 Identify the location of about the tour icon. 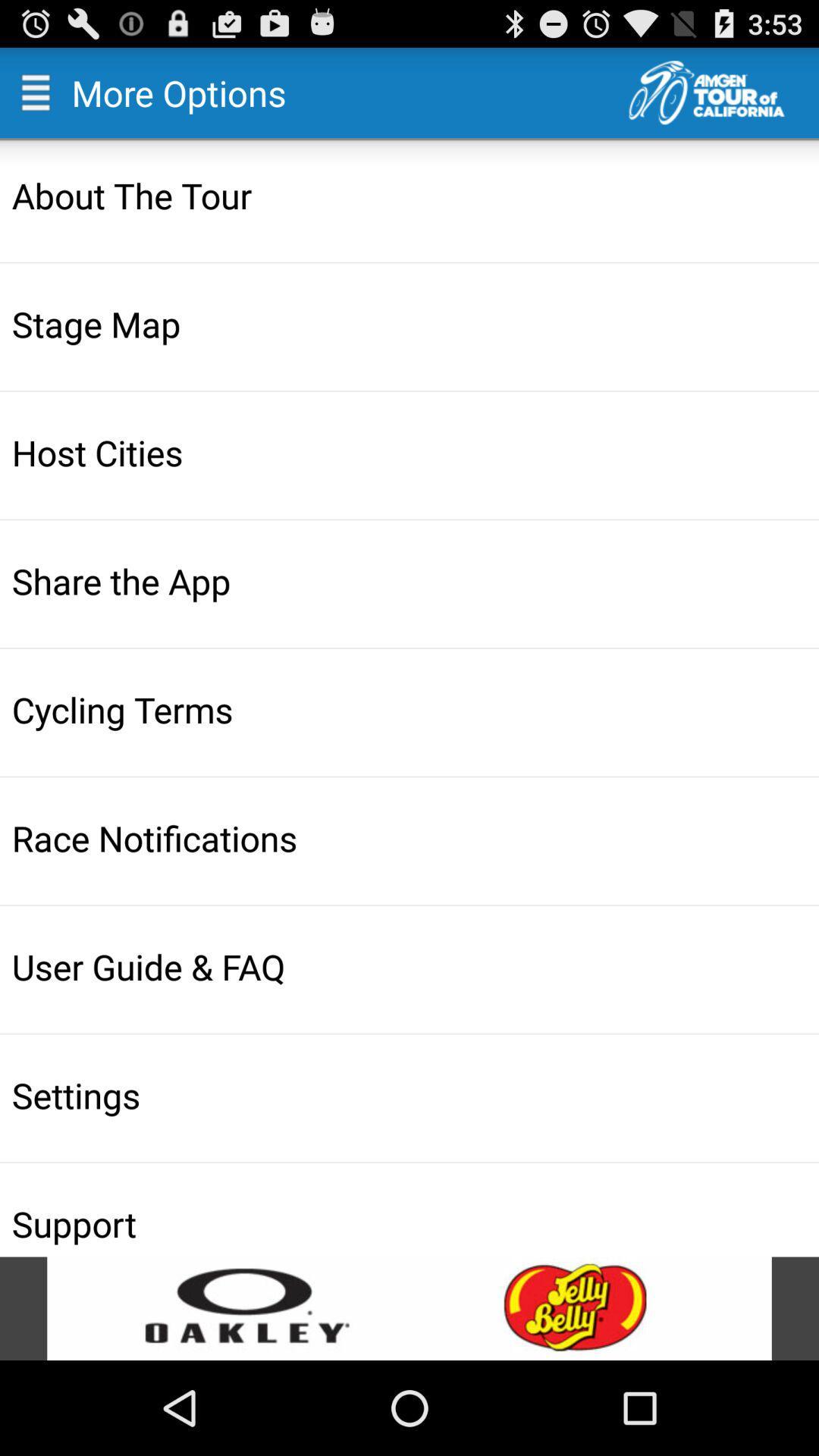
(411, 194).